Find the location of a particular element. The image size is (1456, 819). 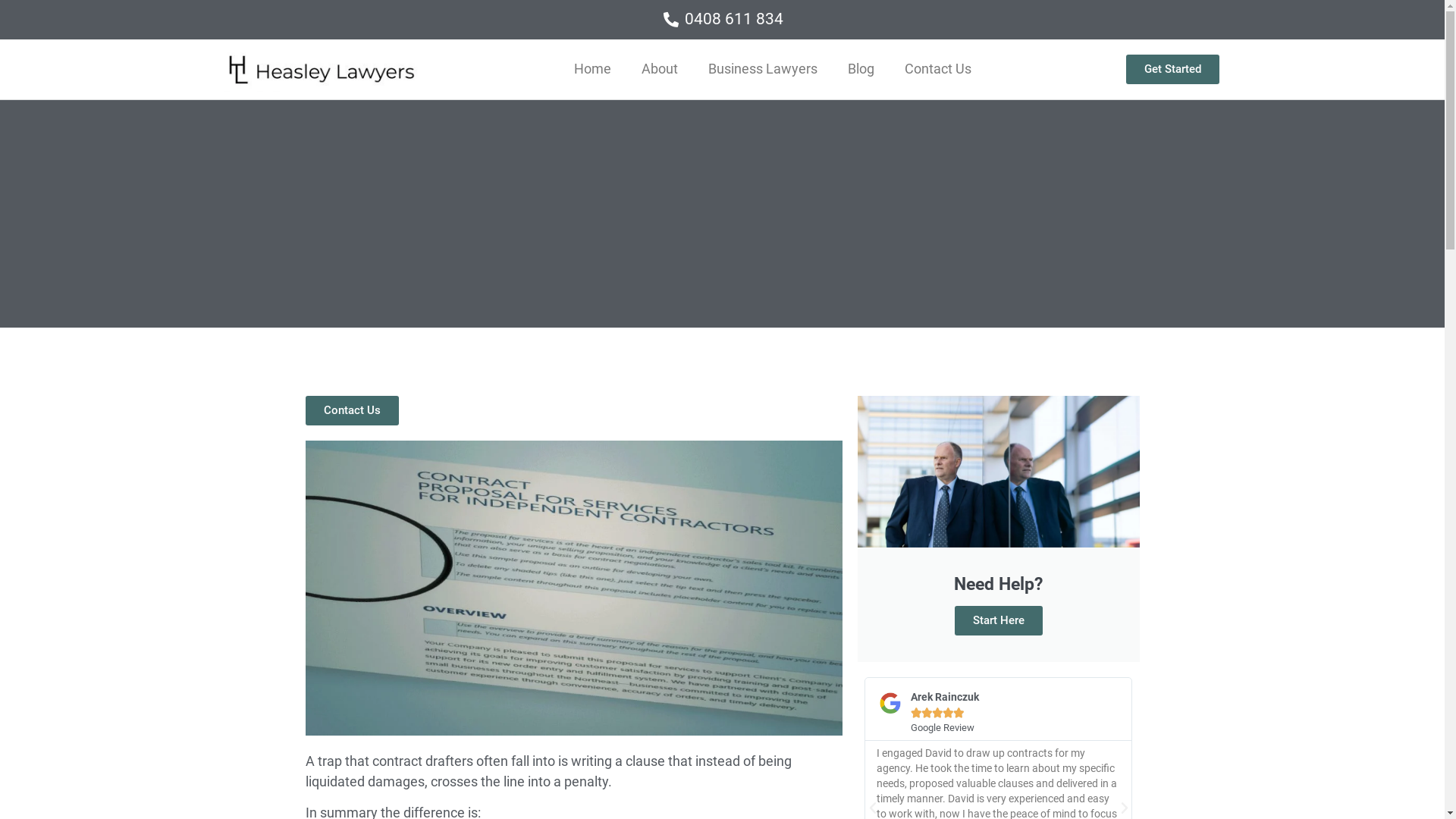

'0408 611 834' is located at coordinates (720, 20).